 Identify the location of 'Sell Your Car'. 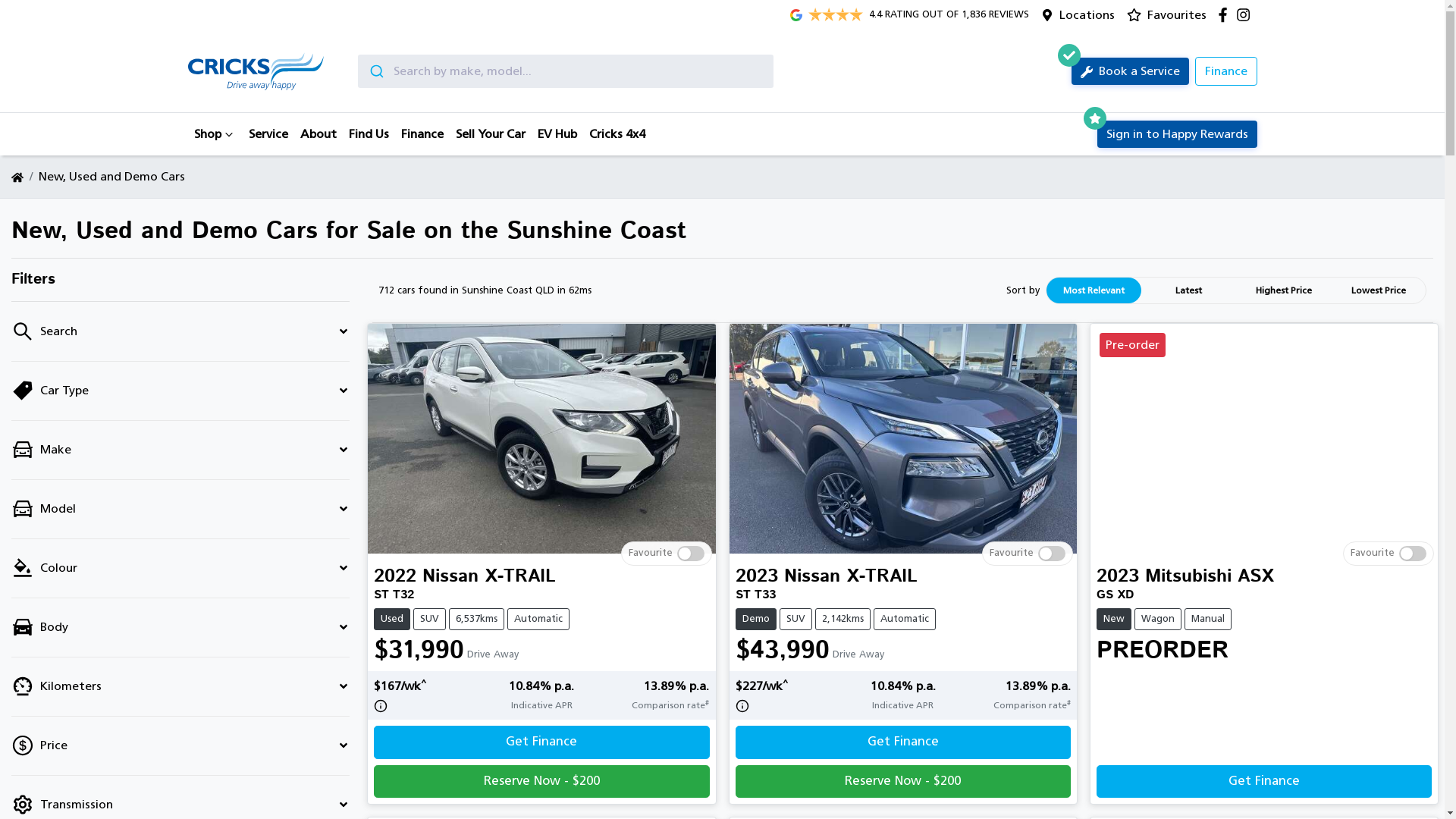
(447, 133).